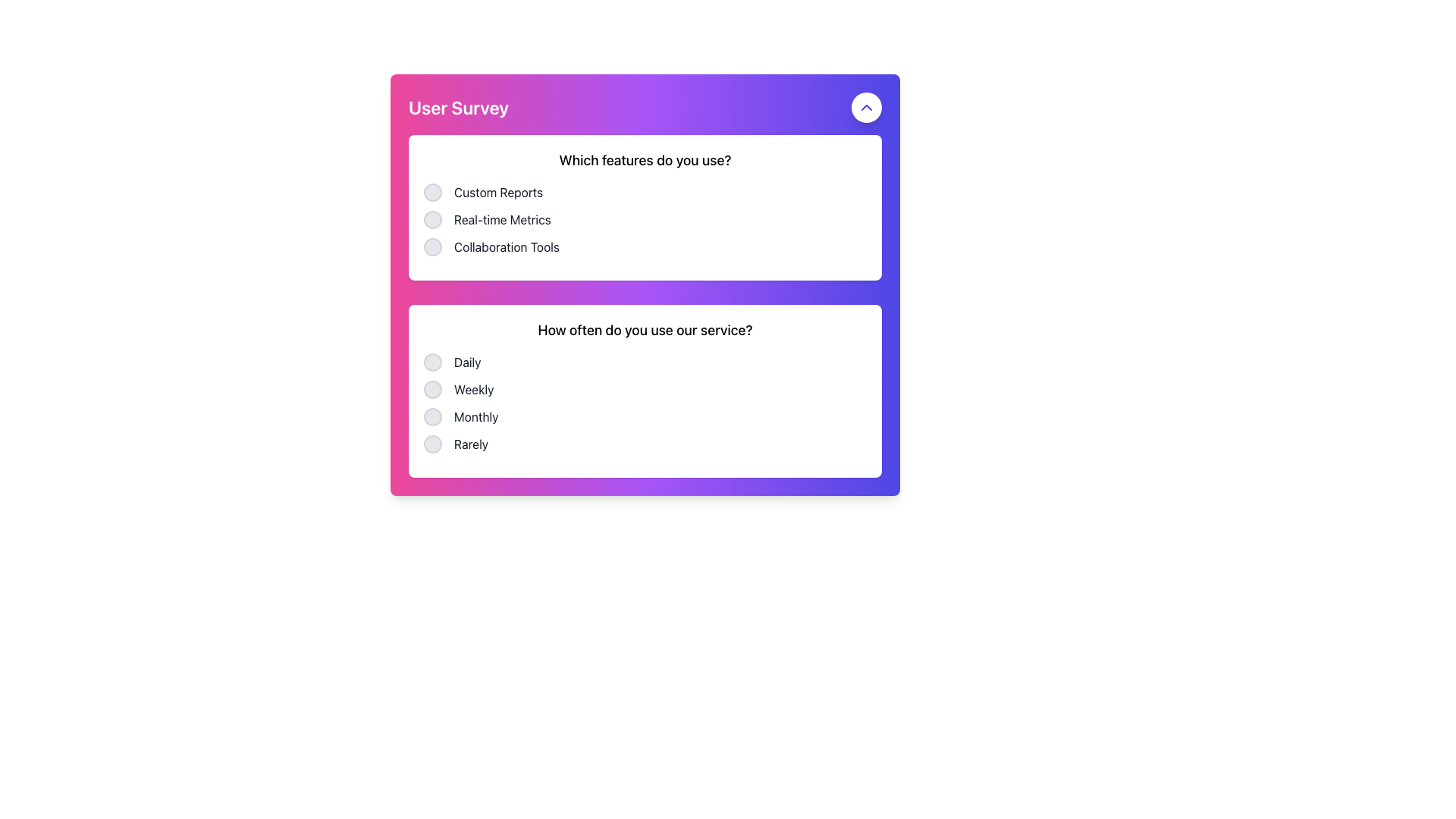  I want to click on the radio button, so click(432, 362).